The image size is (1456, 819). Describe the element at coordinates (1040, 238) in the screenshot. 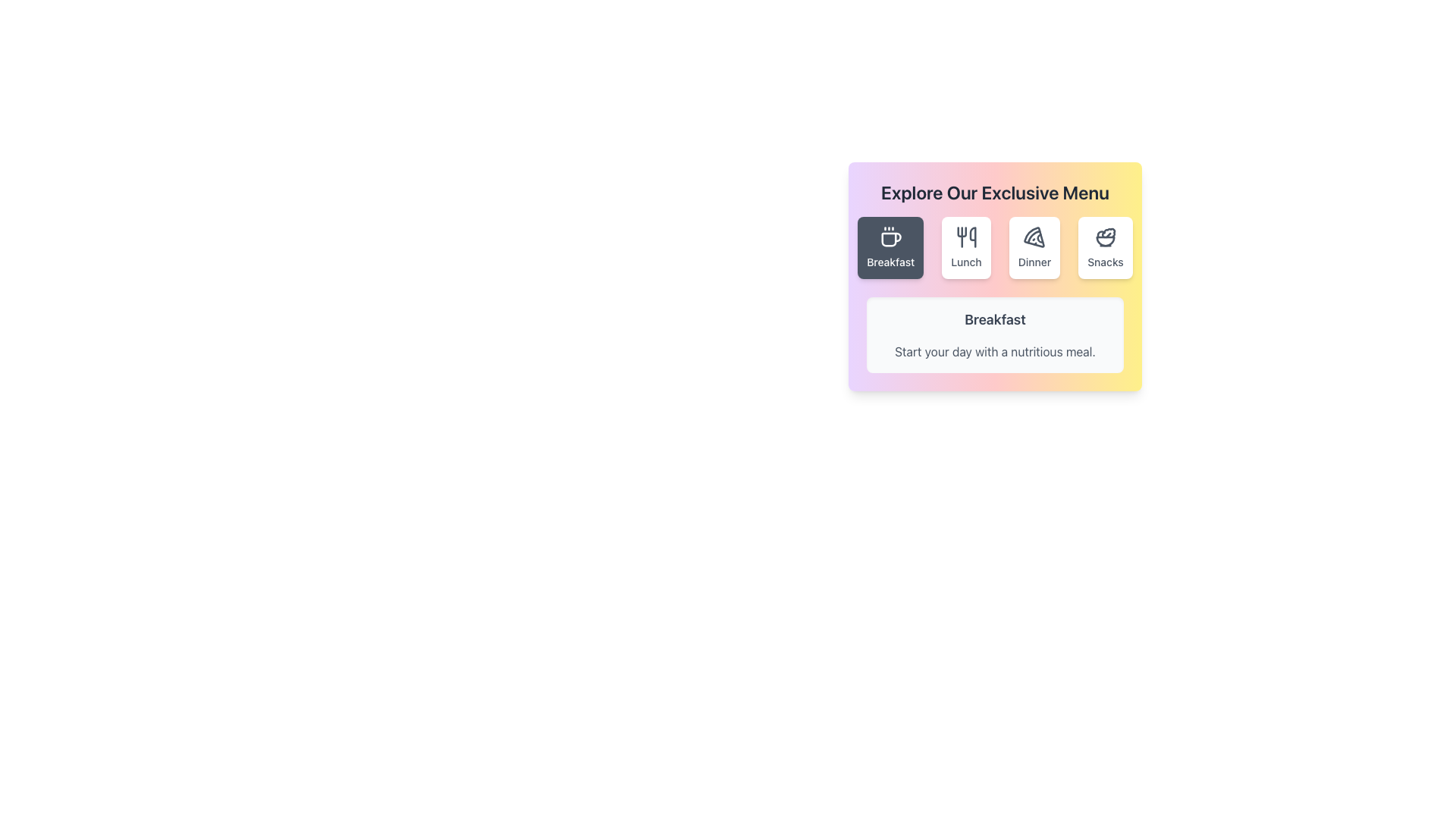

I see `the decorative component of the pizza slice icon located at the bottom-right segment of the SVG representation` at that location.